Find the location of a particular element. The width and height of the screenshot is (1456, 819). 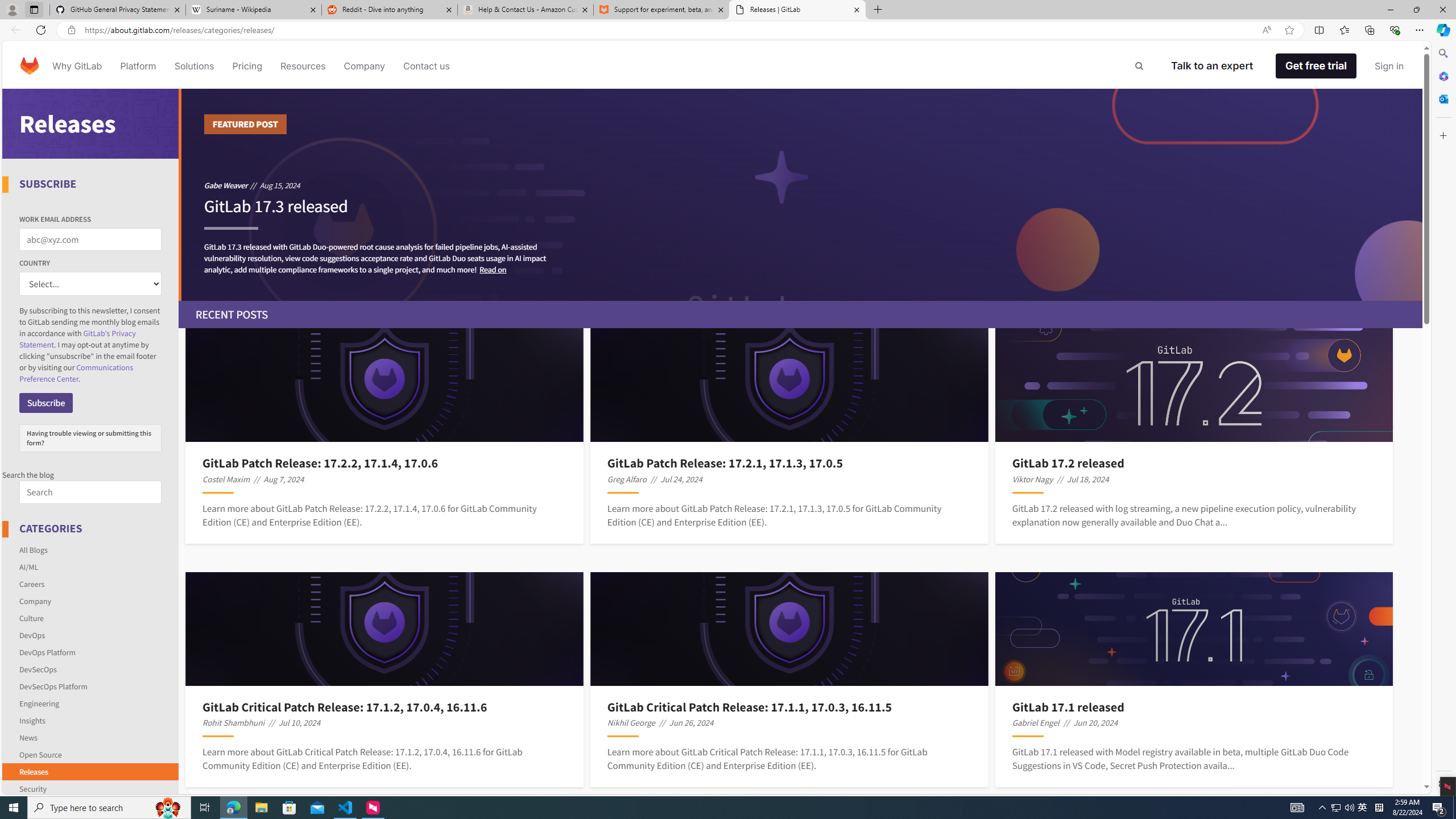

'Costel Maxim' is located at coordinates (226, 479).